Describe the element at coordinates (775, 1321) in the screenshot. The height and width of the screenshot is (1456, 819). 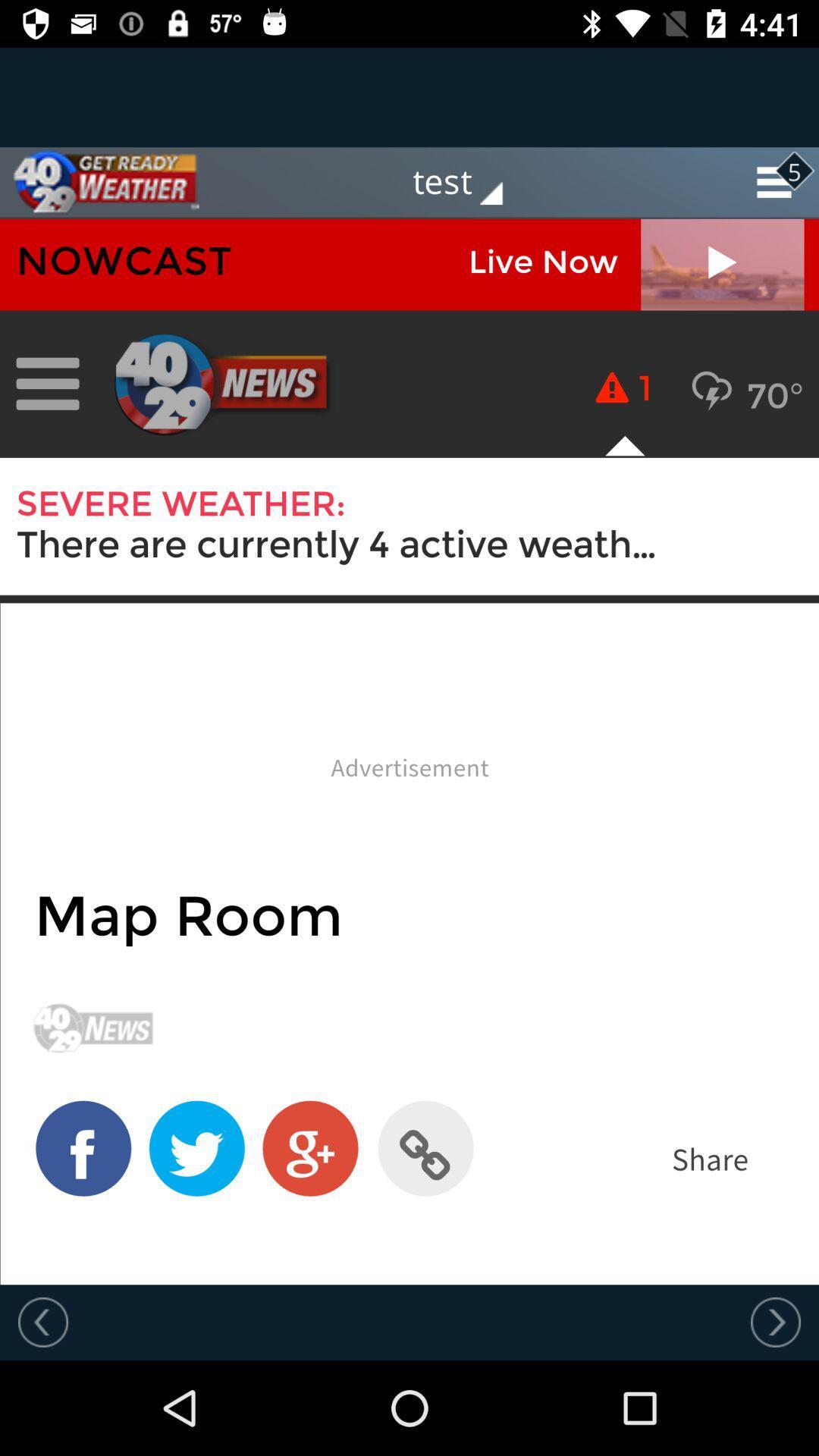
I see `next page` at that location.